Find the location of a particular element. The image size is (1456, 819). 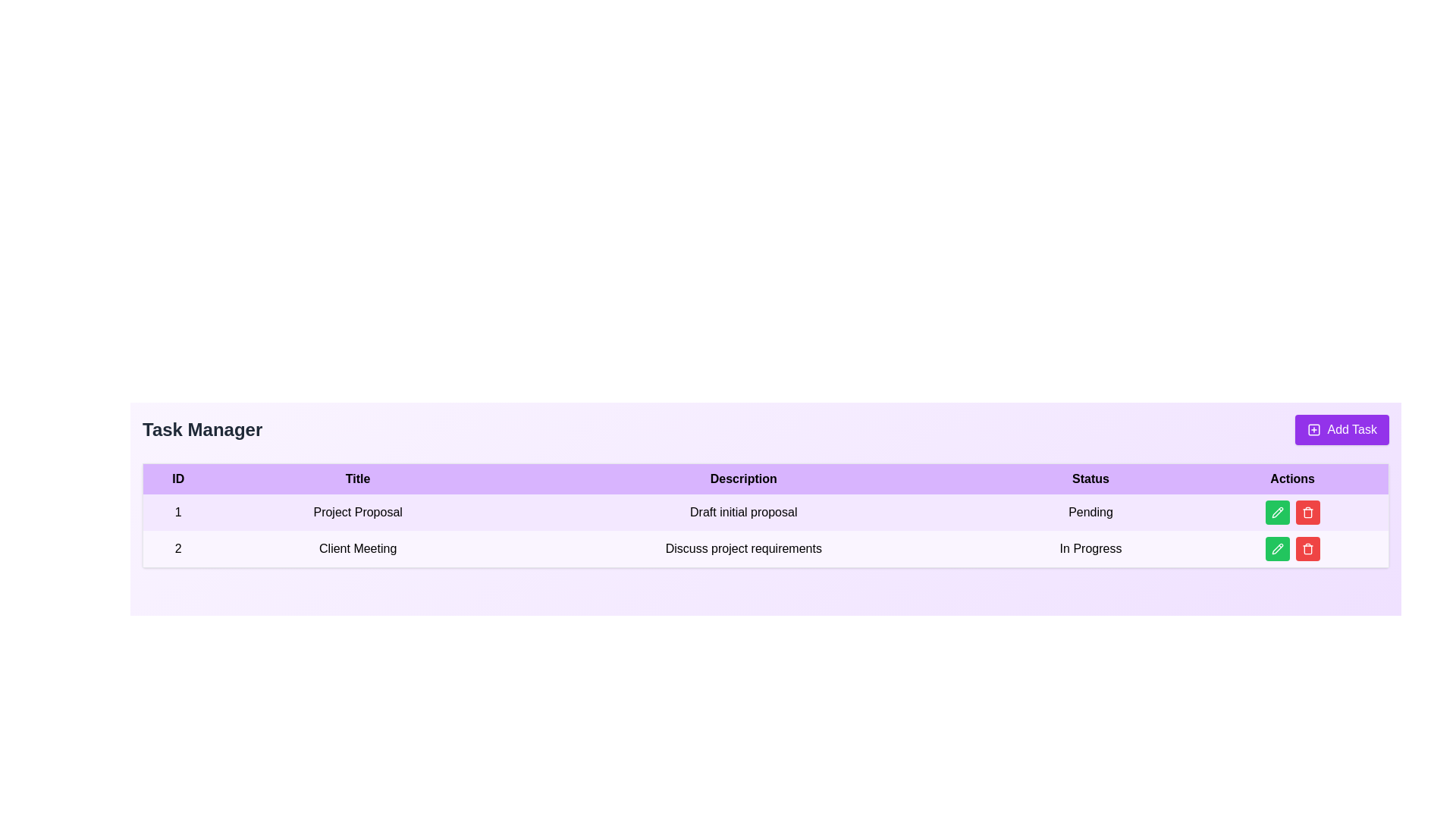

the trash icon in the 'Actions' column of the second row under 'Client Meeting' is located at coordinates (1307, 513).